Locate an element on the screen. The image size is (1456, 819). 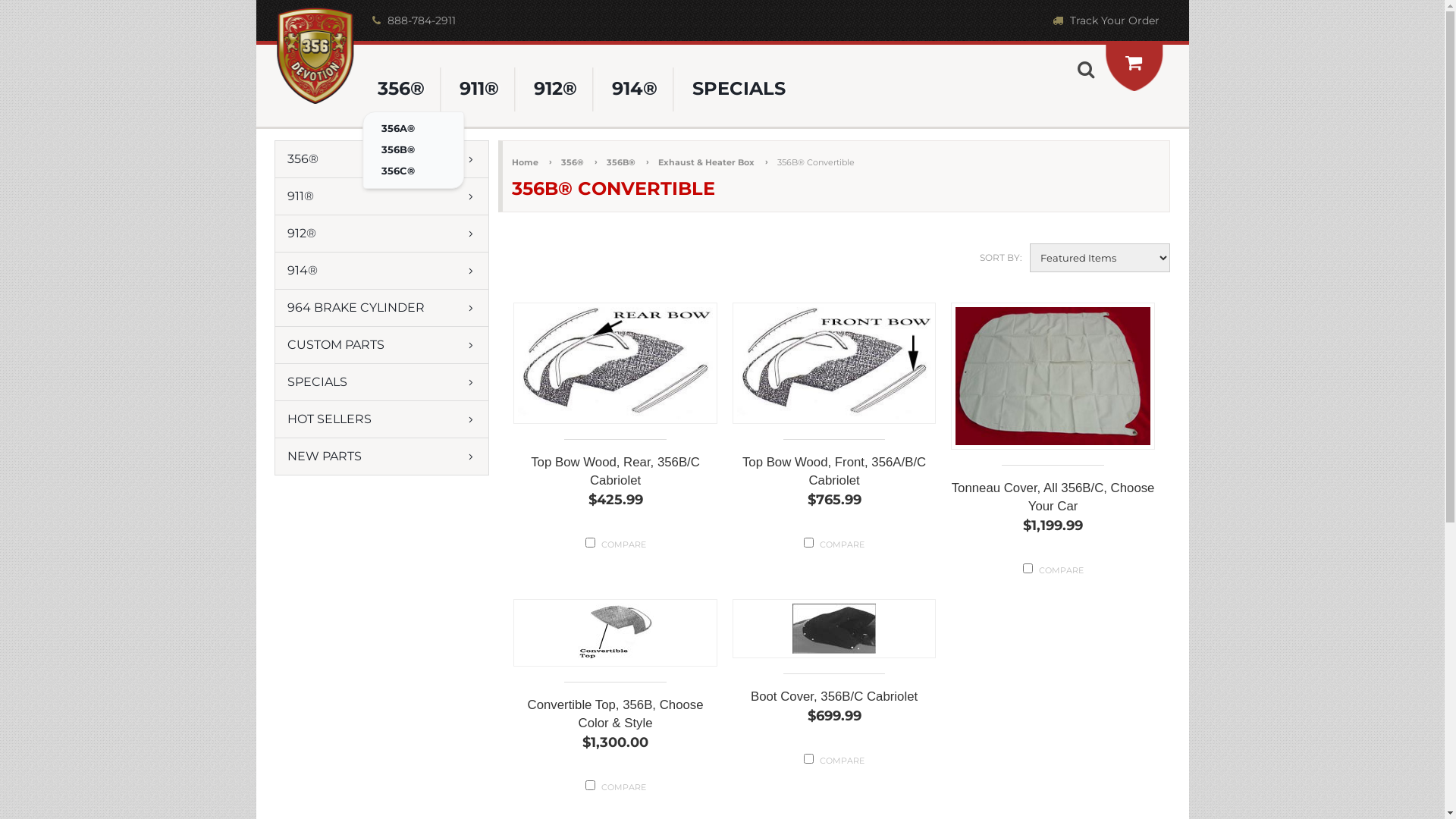
'Boot Cover, 356B/C Cabriolet' is located at coordinates (833, 689).